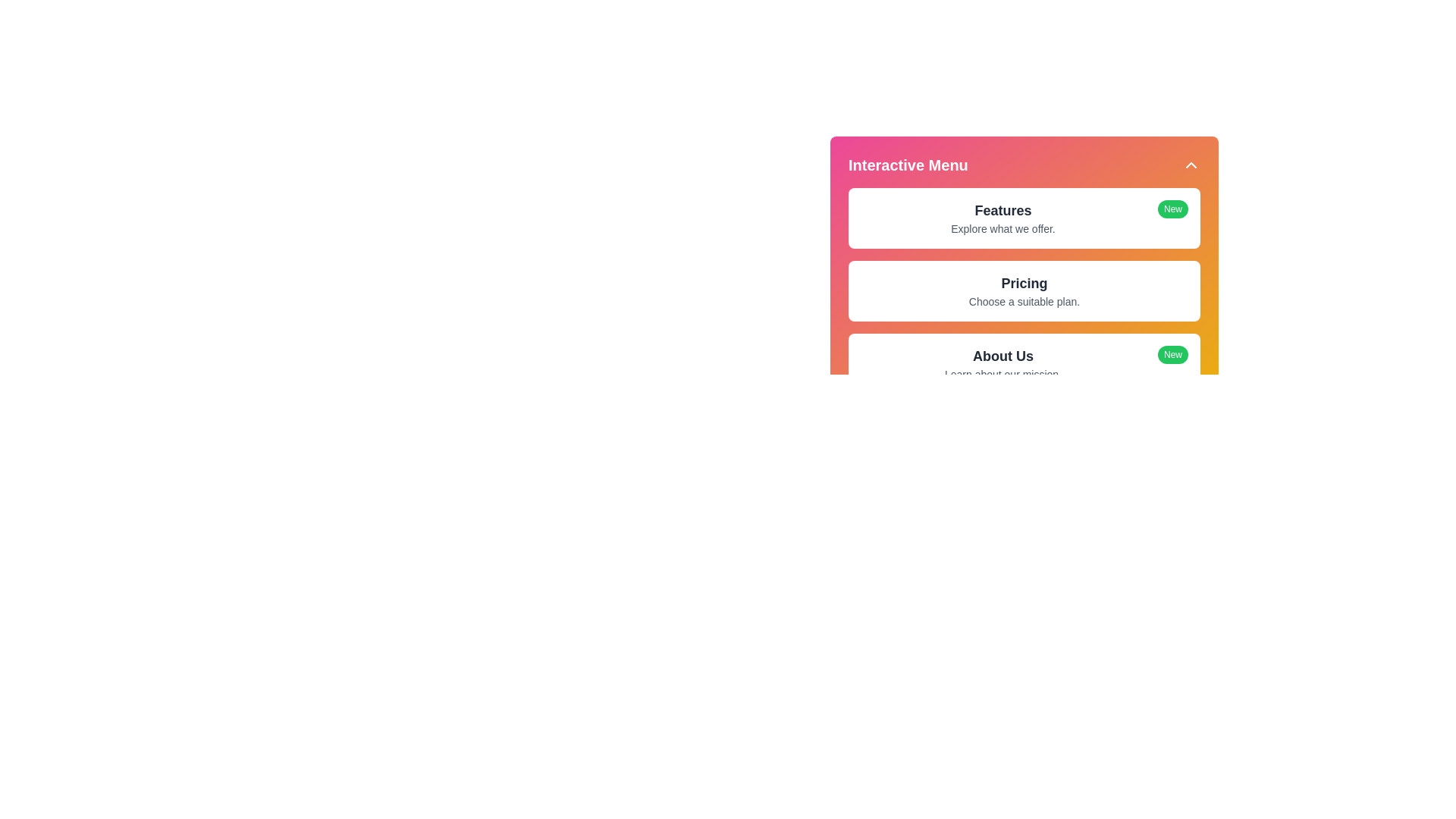 The width and height of the screenshot is (1456, 819). Describe the element at coordinates (1172, 209) in the screenshot. I see `the 'New' indicator for Features to inspect it` at that location.